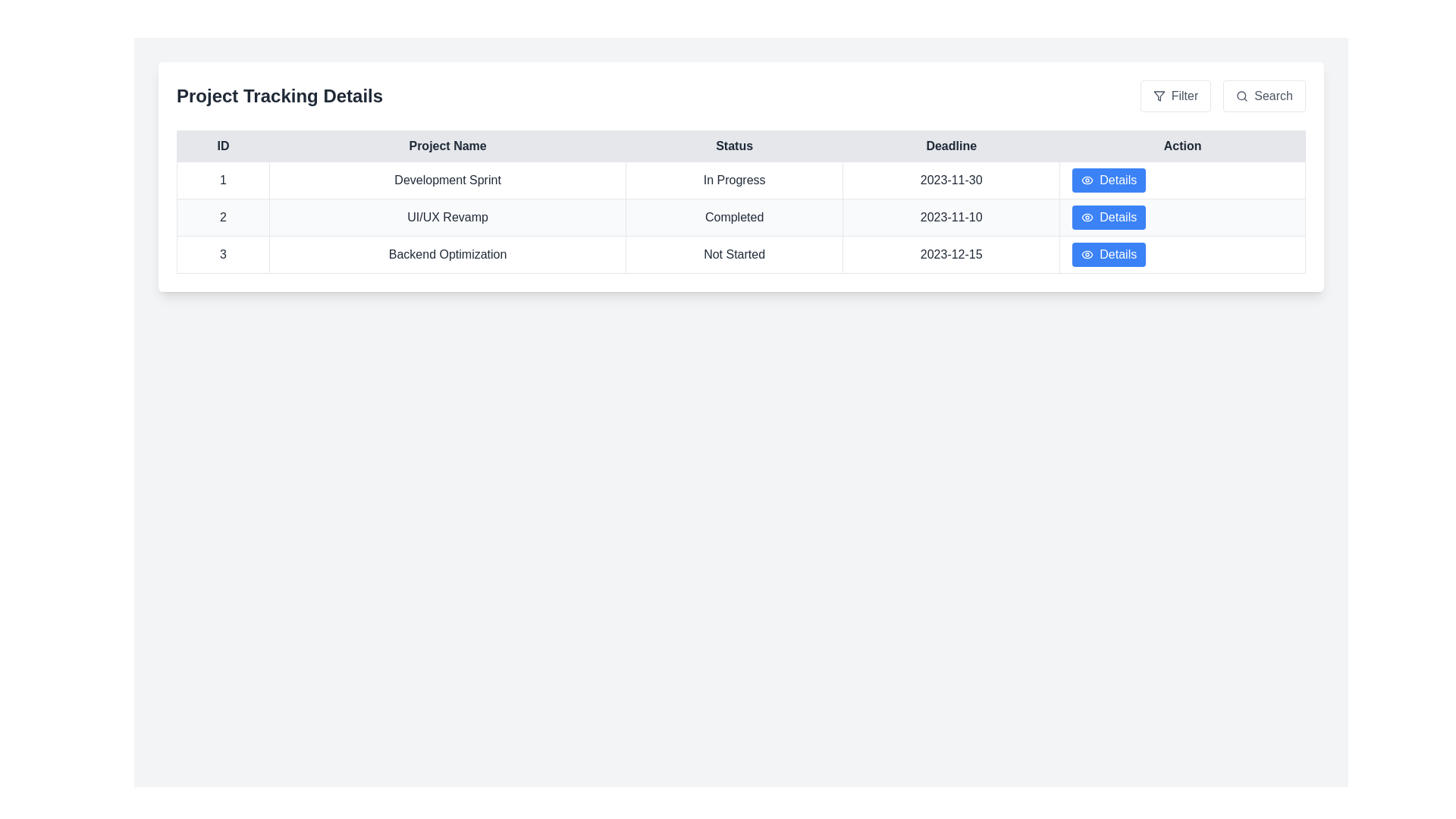 This screenshot has width=1456, height=819. I want to click on the button in the 'Action' column of the first row in the 'Project Tracking Details' table for the 'Development Sprint' project, so click(1181, 180).